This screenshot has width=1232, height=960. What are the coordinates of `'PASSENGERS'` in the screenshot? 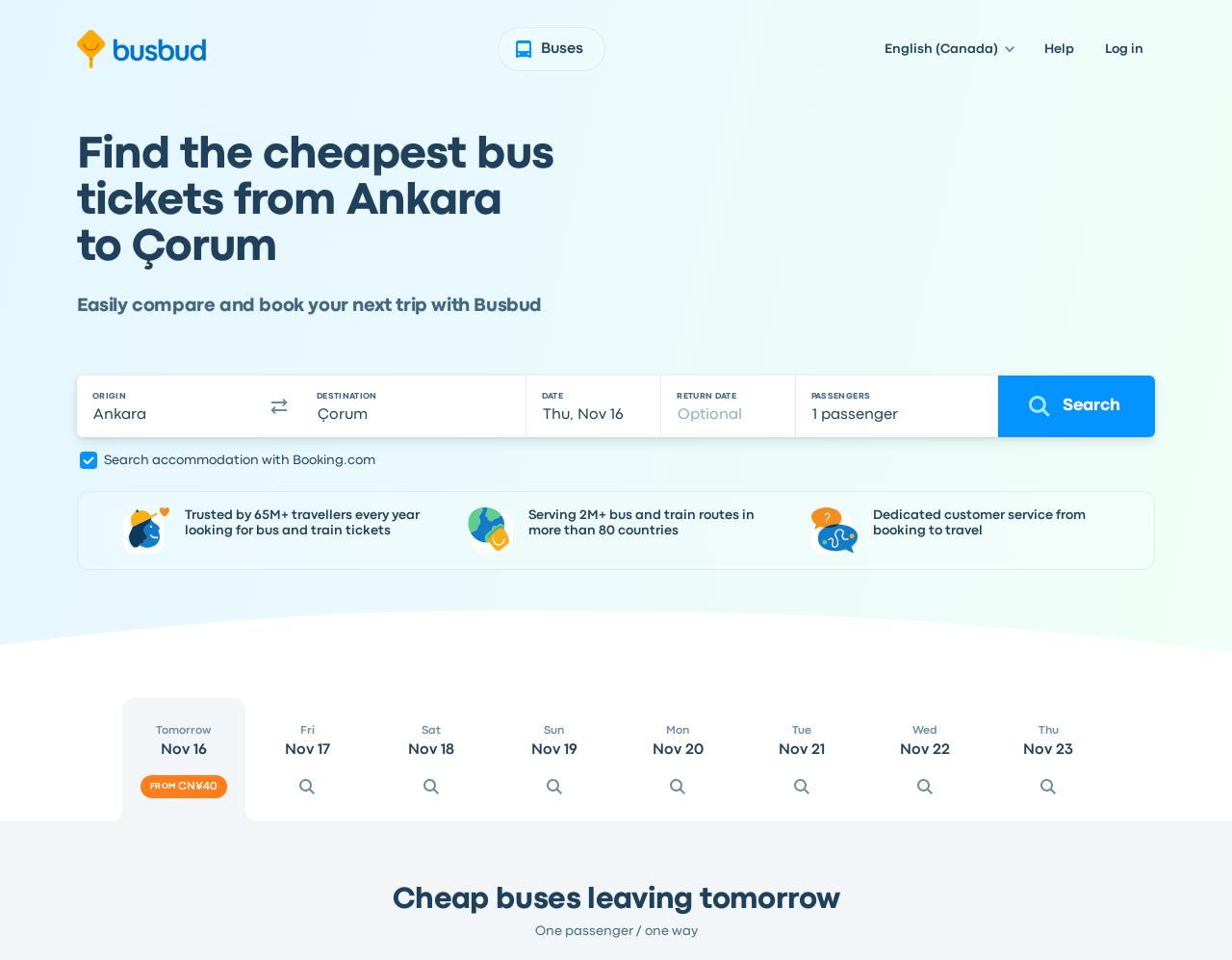 It's located at (839, 395).